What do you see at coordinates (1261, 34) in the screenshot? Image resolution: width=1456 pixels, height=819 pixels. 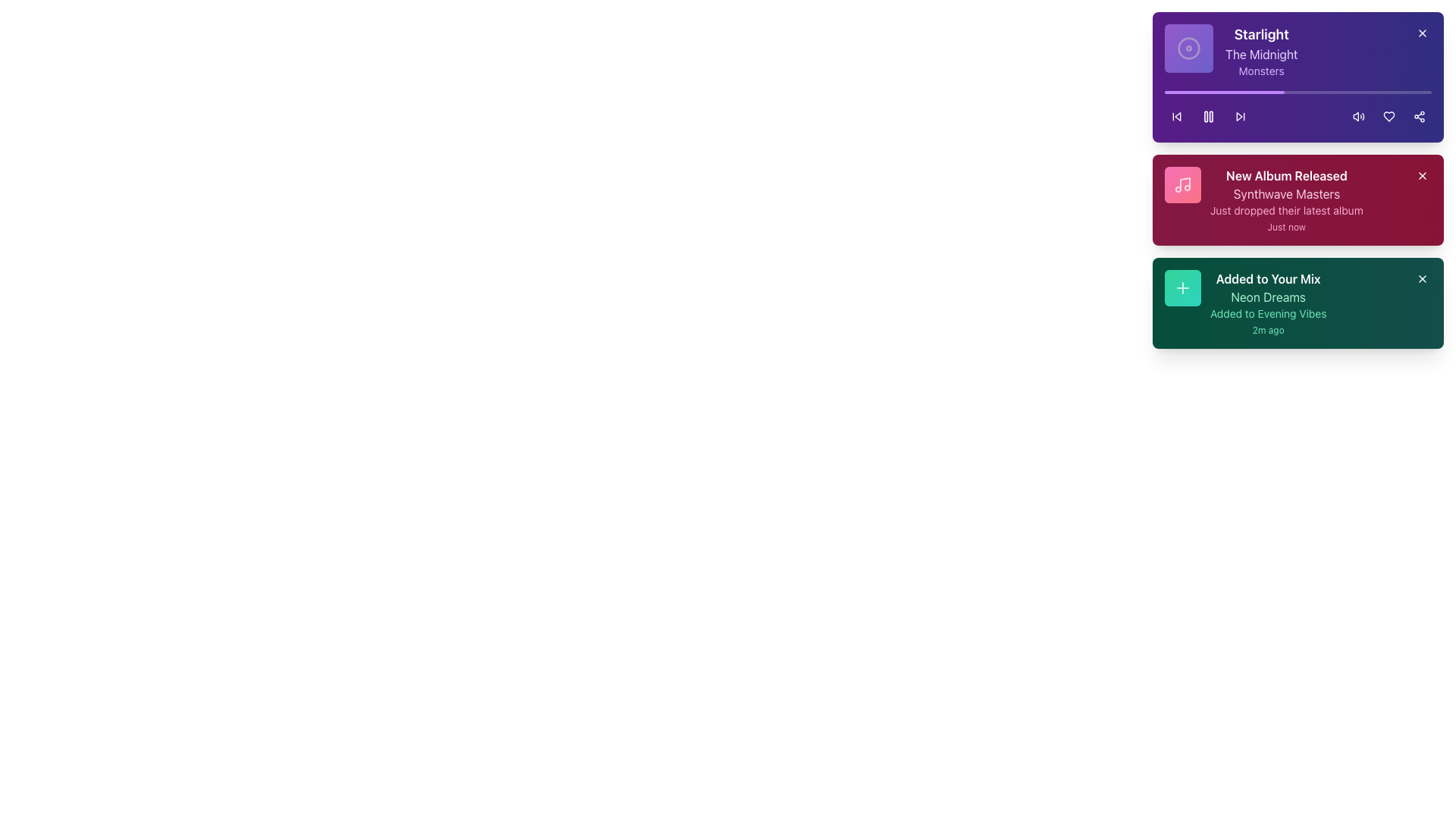 I see `the 'Starlight' text label displayed in bold white font against a purple background, located at the top of the notification card` at bounding box center [1261, 34].